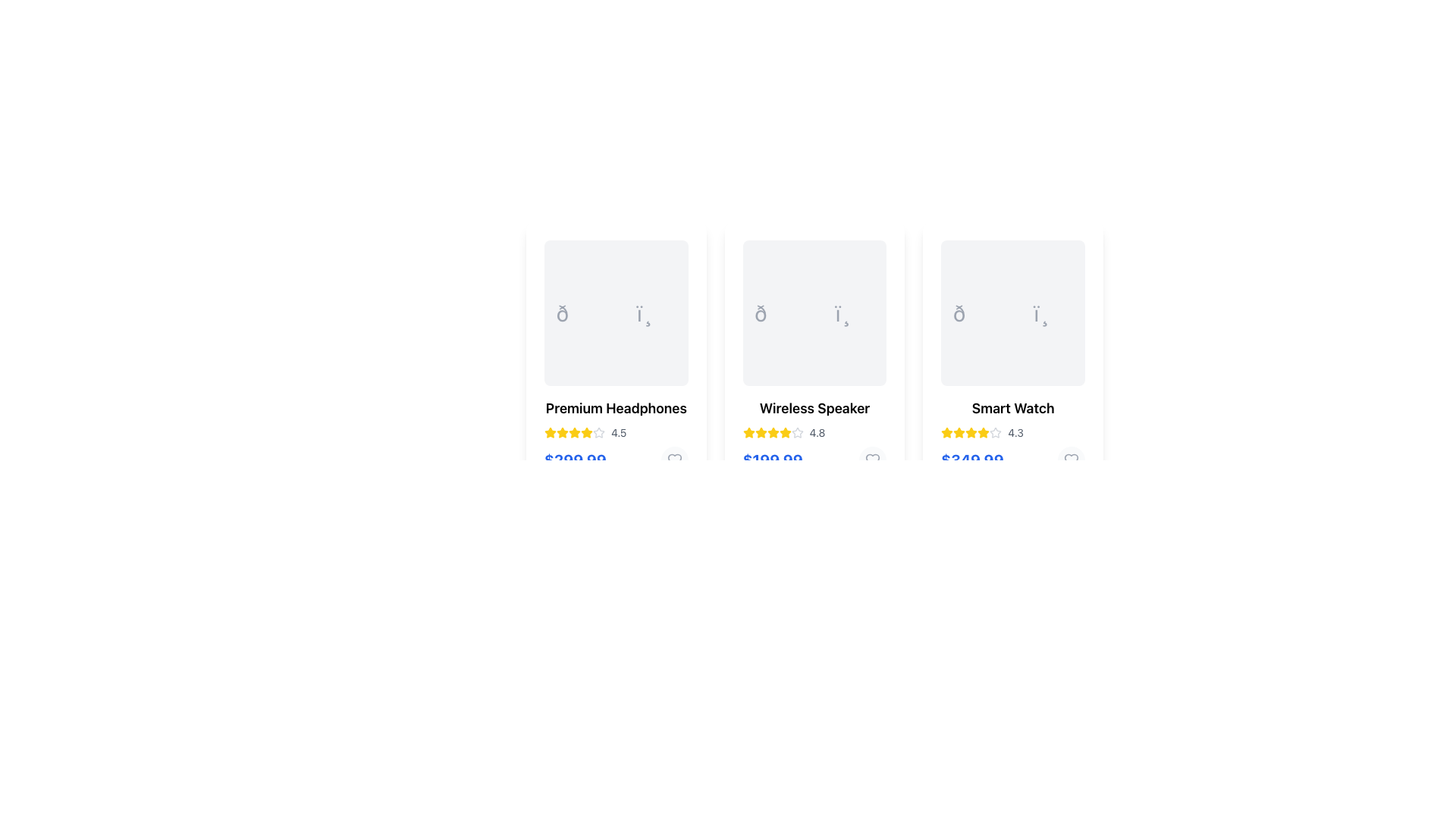 The image size is (1456, 819). What do you see at coordinates (1015, 432) in the screenshot?
I see `the text element displaying the rating '4.3', which is positioned directly to the right of the last star icon in the product listing card` at bounding box center [1015, 432].